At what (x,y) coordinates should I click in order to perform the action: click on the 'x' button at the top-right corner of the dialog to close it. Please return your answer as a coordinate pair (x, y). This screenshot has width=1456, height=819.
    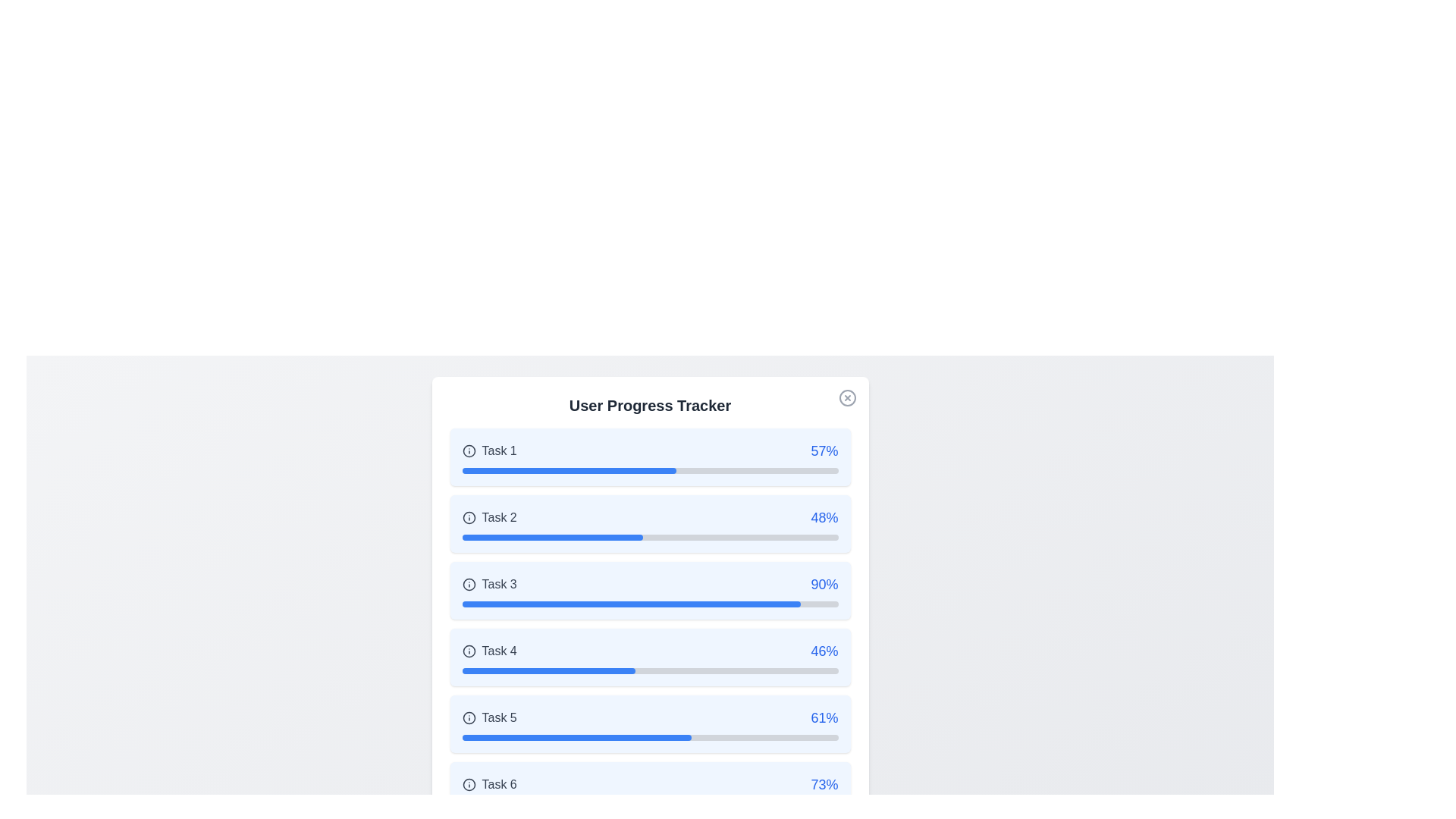
    Looking at the image, I should click on (846, 397).